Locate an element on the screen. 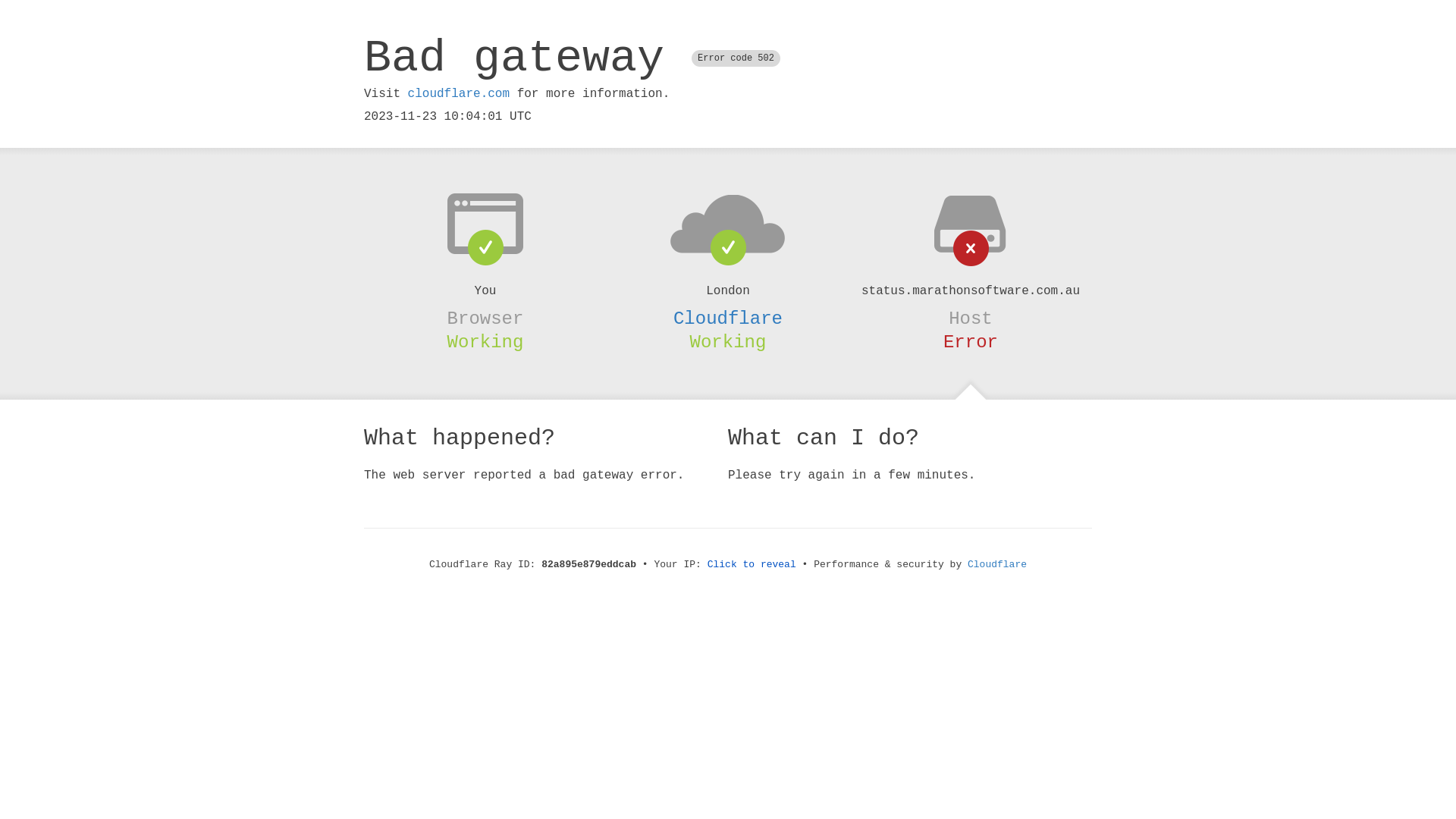 The image size is (1456, 819). 'Cloudflare' is located at coordinates (997, 564).